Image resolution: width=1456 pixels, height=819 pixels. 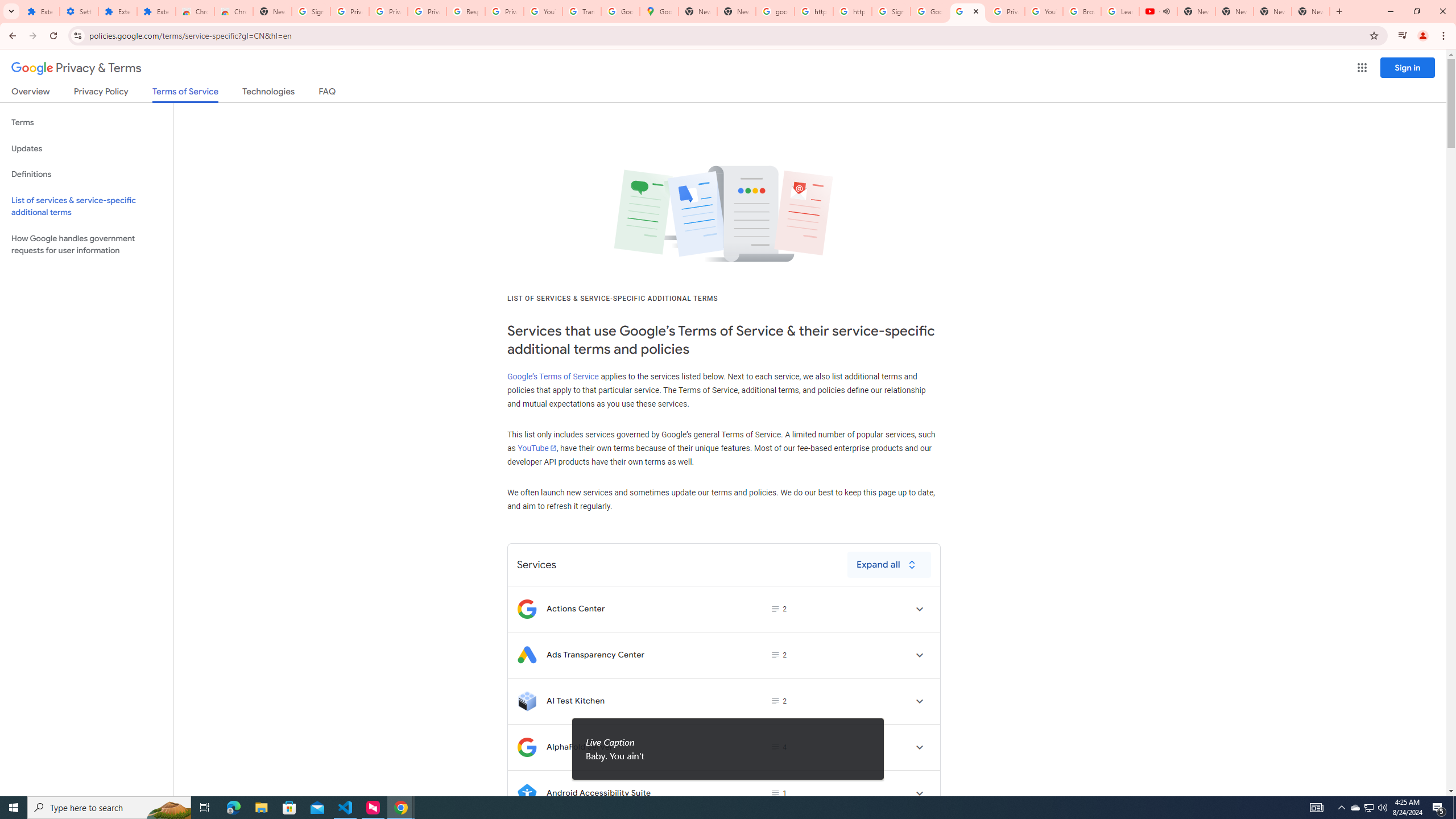 What do you see at coordinates (851, 11) in the screenshot?
I see `'https://scholar.google.com/'` at bounding box center [851, 11].